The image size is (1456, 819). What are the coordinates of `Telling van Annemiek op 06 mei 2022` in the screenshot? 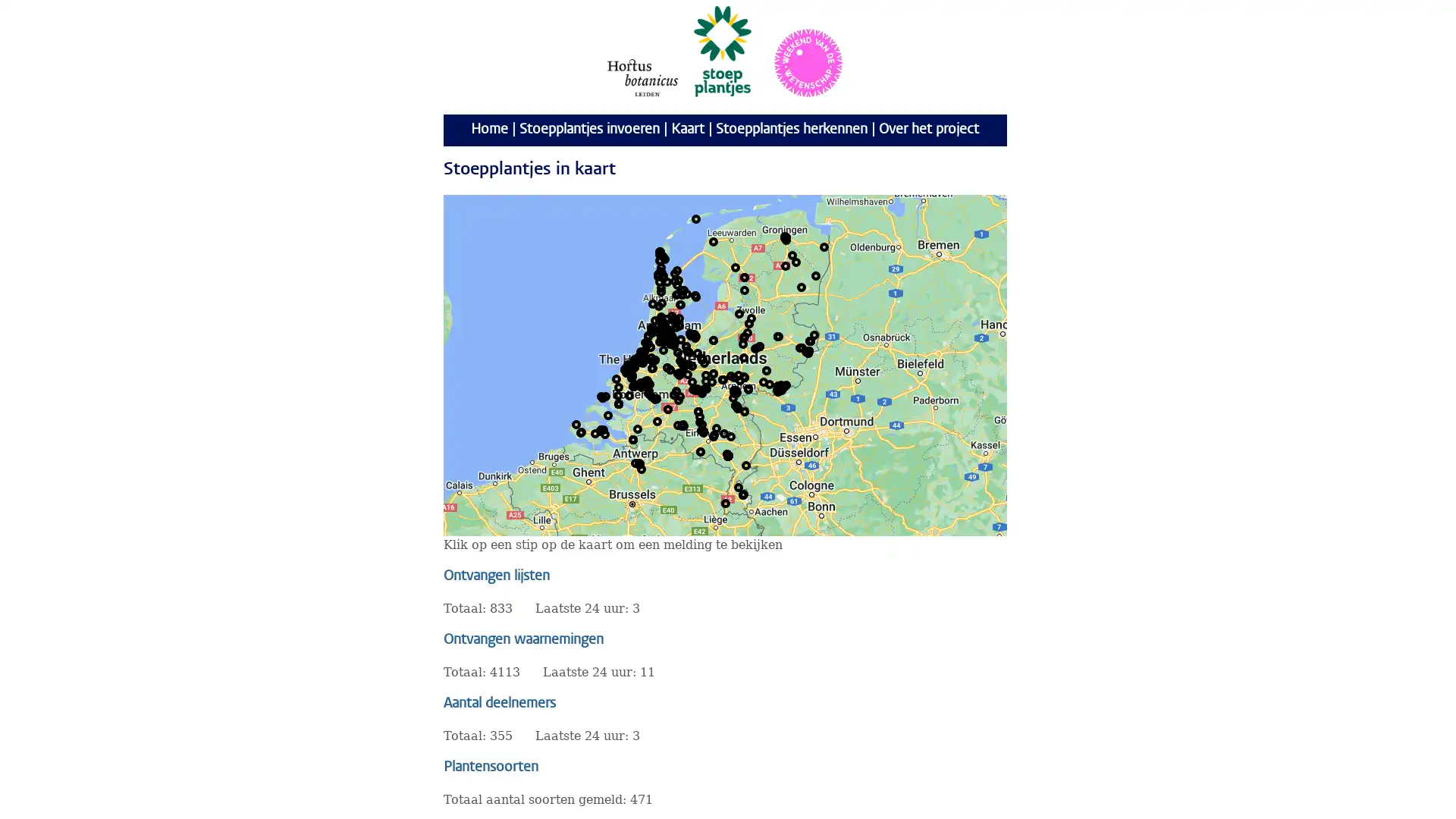 It's located at (630, 369).